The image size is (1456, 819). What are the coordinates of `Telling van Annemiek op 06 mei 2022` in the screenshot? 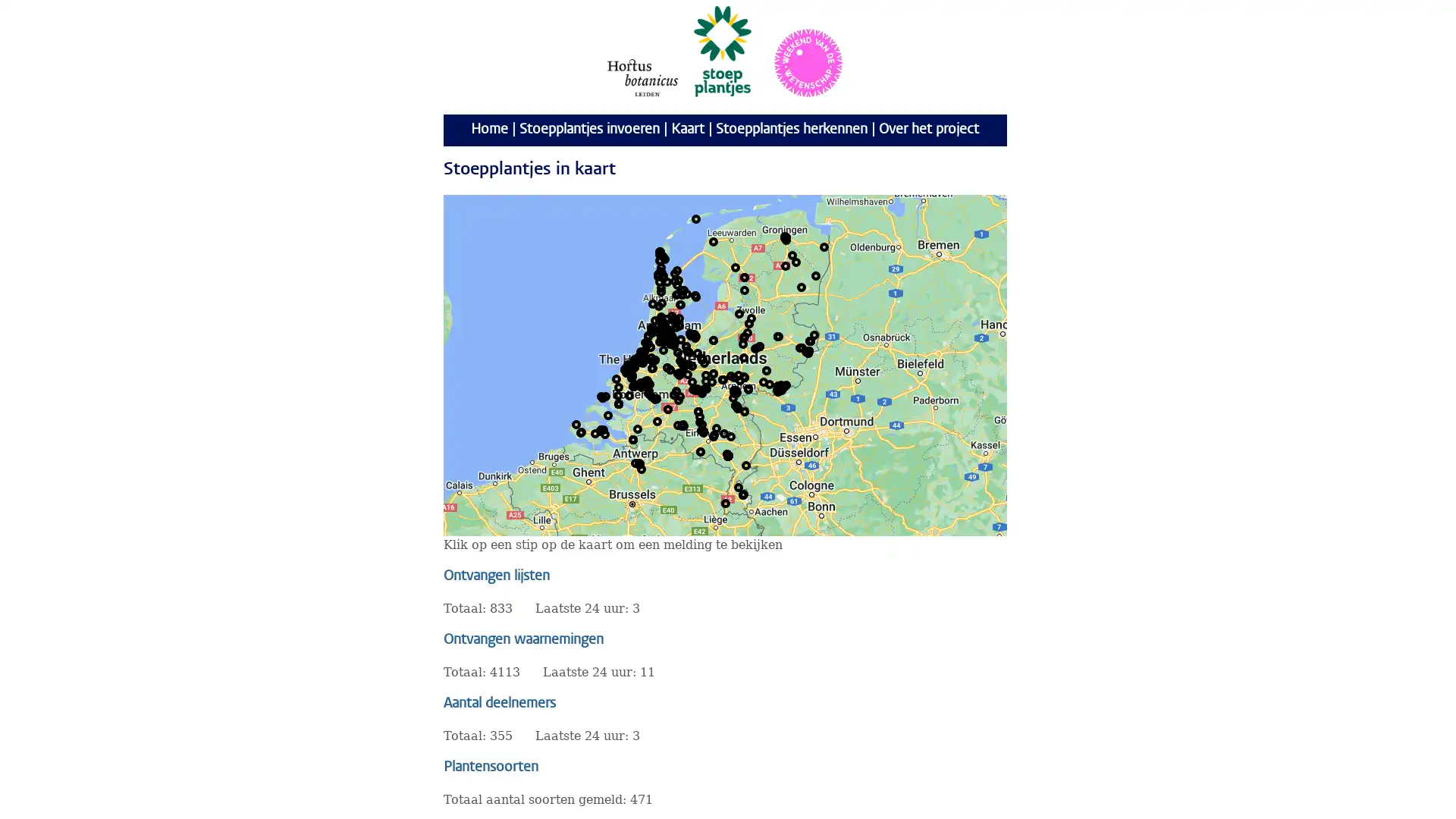 It's located at (630, 369).